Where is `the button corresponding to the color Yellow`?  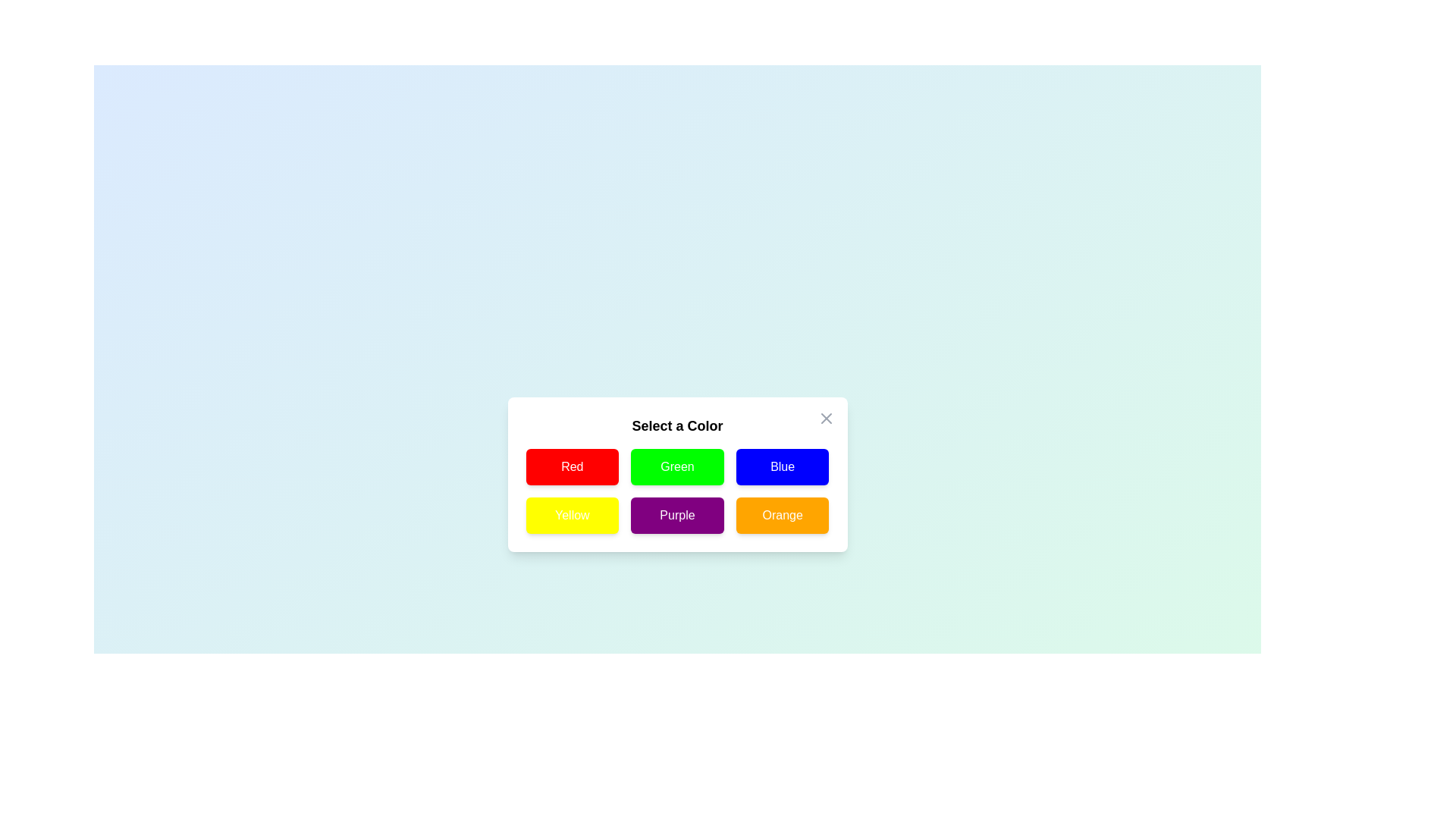
the button corresponding to the color Yellow is located at coordinates (571, 514).